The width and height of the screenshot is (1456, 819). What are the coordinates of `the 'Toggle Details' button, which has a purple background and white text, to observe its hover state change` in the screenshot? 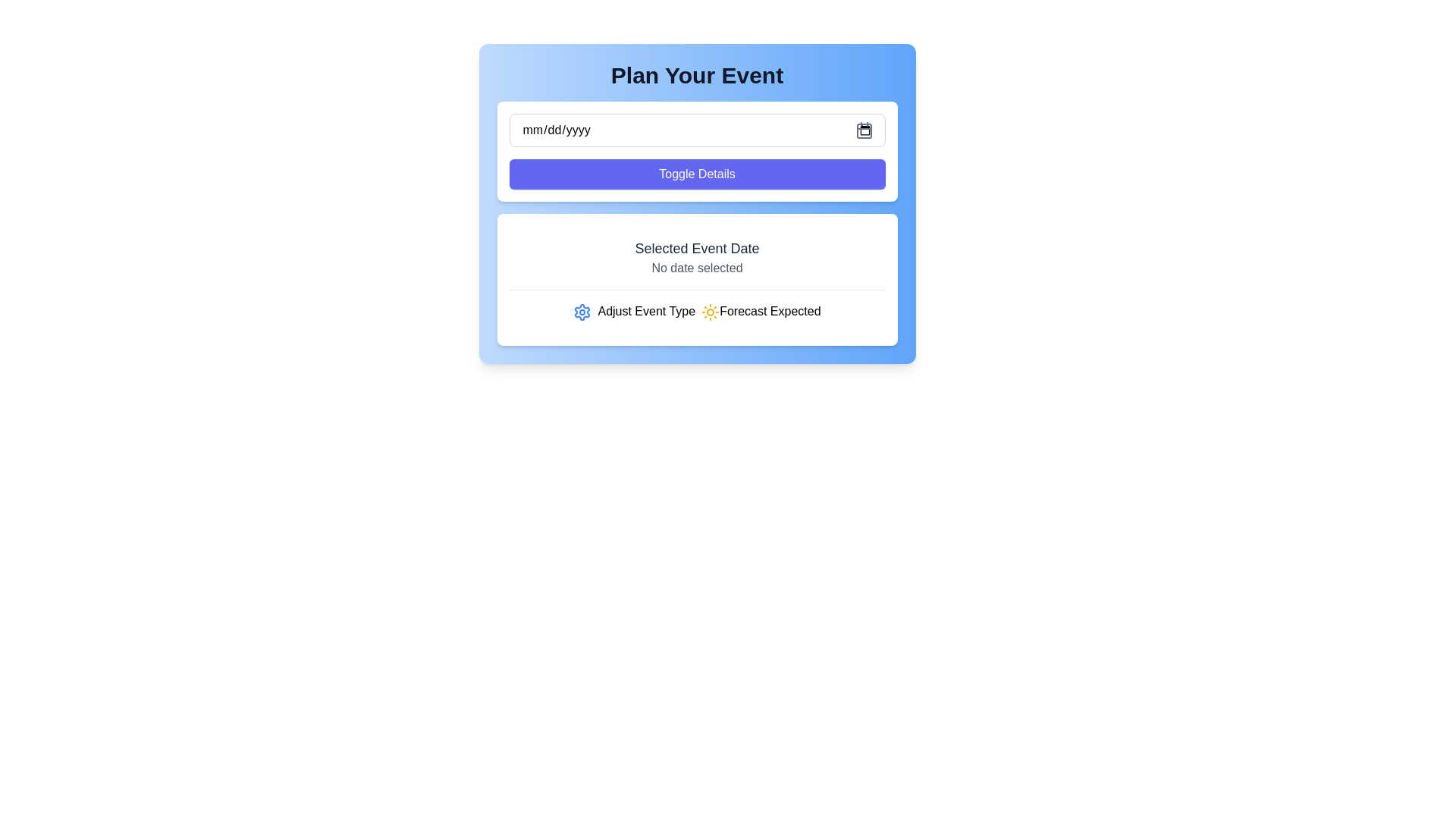 It's located at (696, 174).